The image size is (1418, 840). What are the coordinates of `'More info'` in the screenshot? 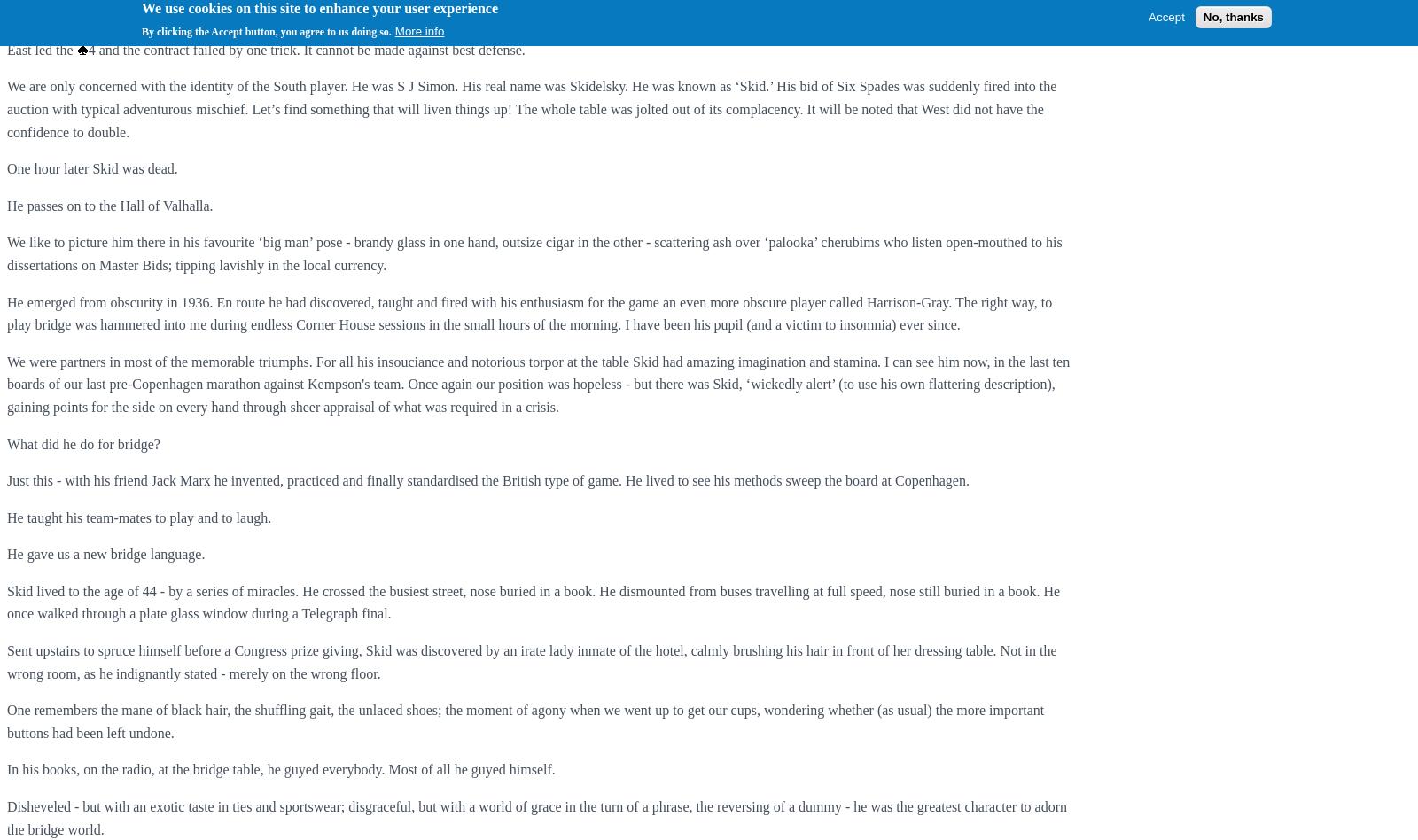 It's located at (417, 31).